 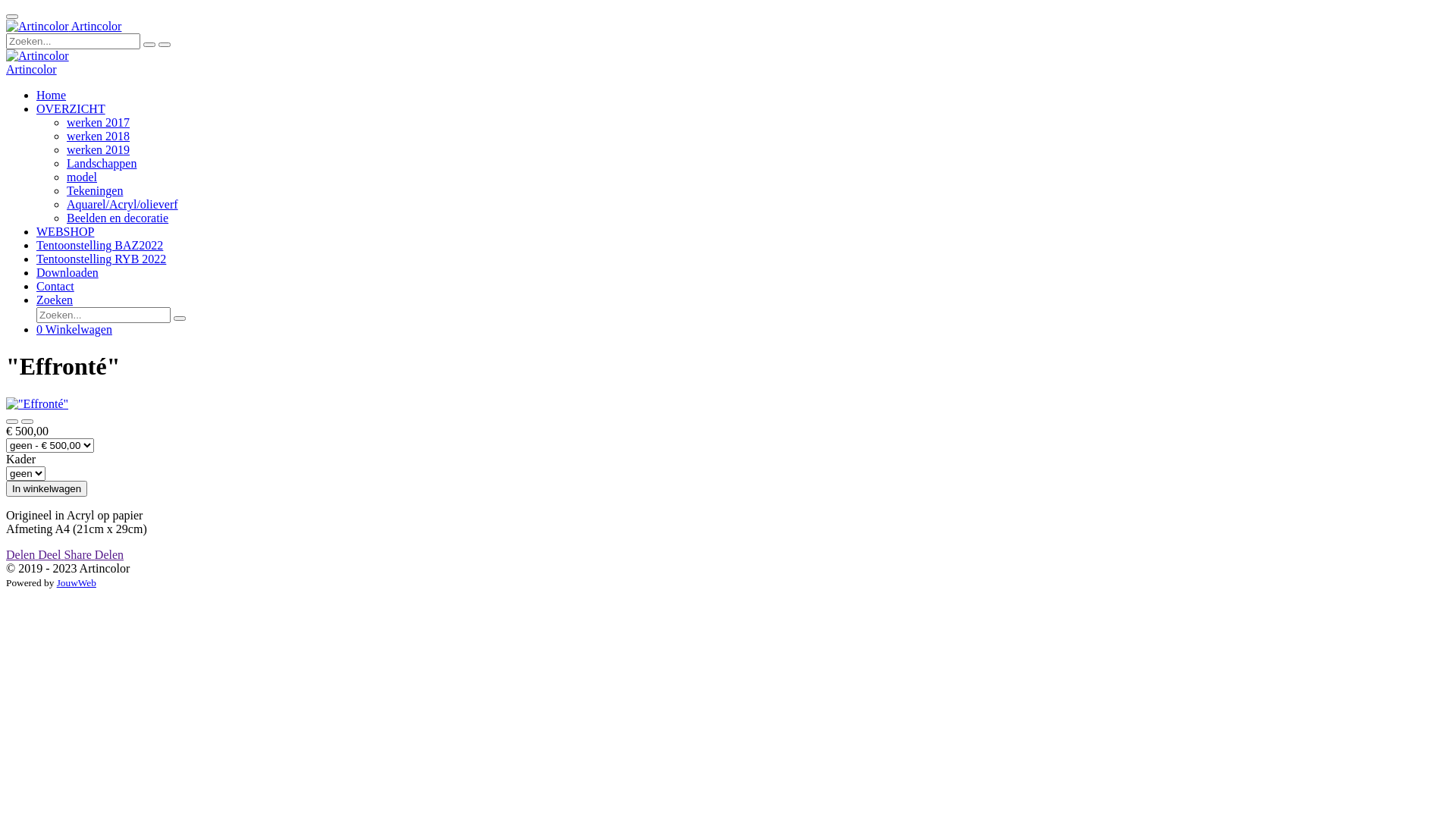 What do you see at coordinates (116, 218) in the screenshot?
I see `'Beelden en decoratie'` at bounding box center [116, 218].